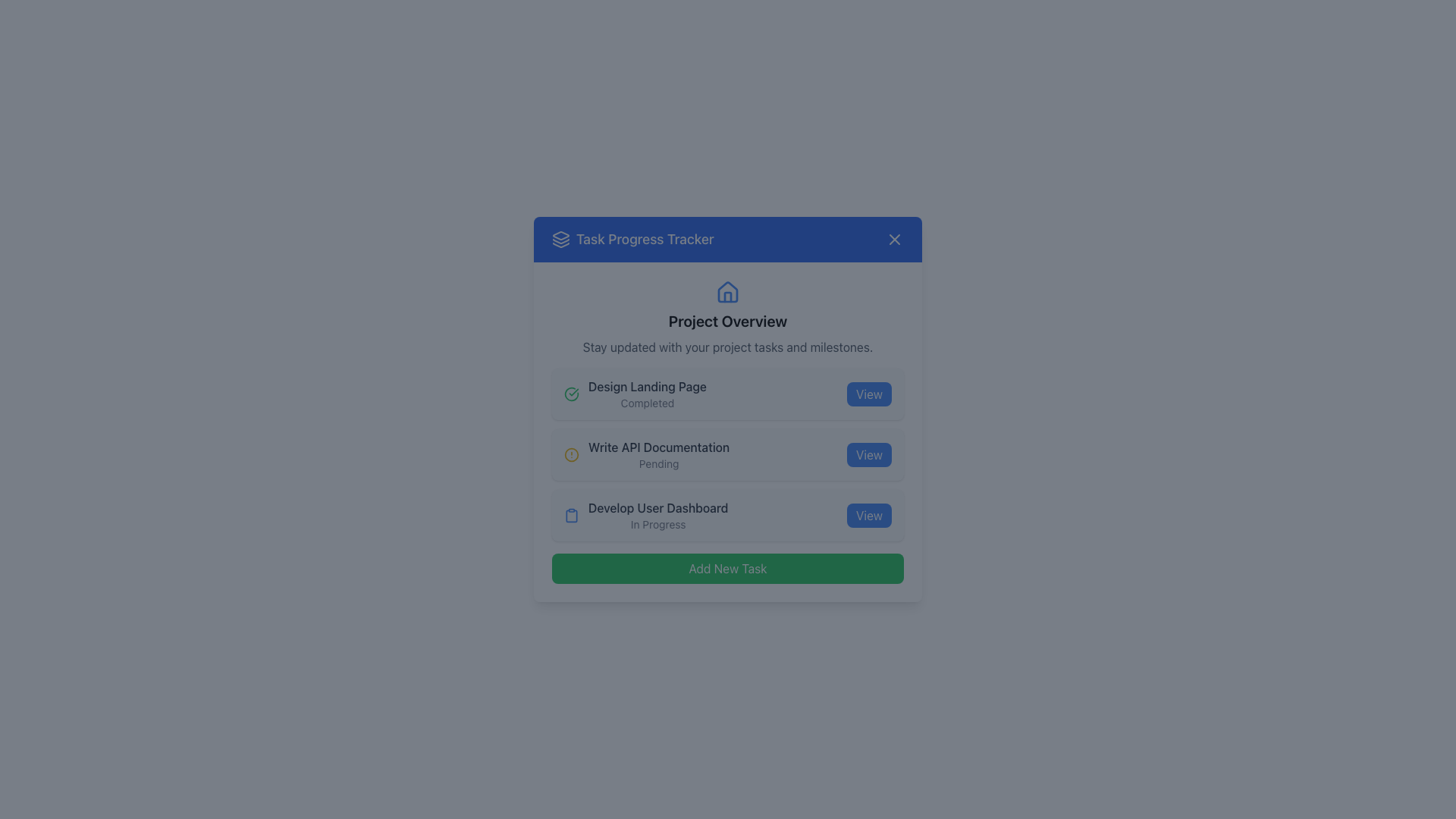 The image size is (1456, 819). What do you see at coordinates (728, 347) in the screenshot?
I see `the descriptive informational text element located below the 'Project Overview' title and above the list of project task items` at bounding box center [728, 347].